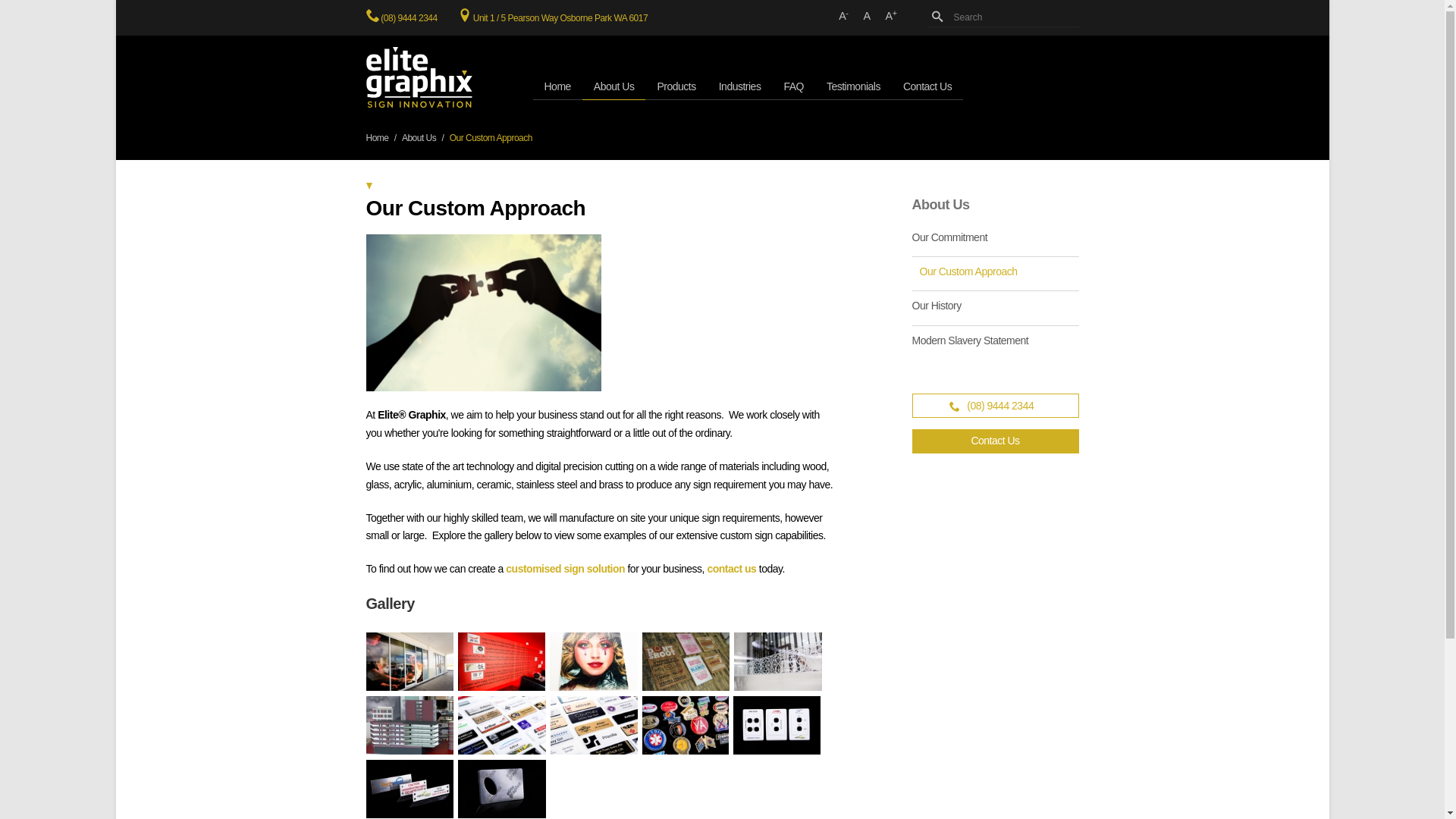  What do you see at coordinates (705, 569) in the screenshot?
I see `'contact us'` at bounding box center [705, 569].